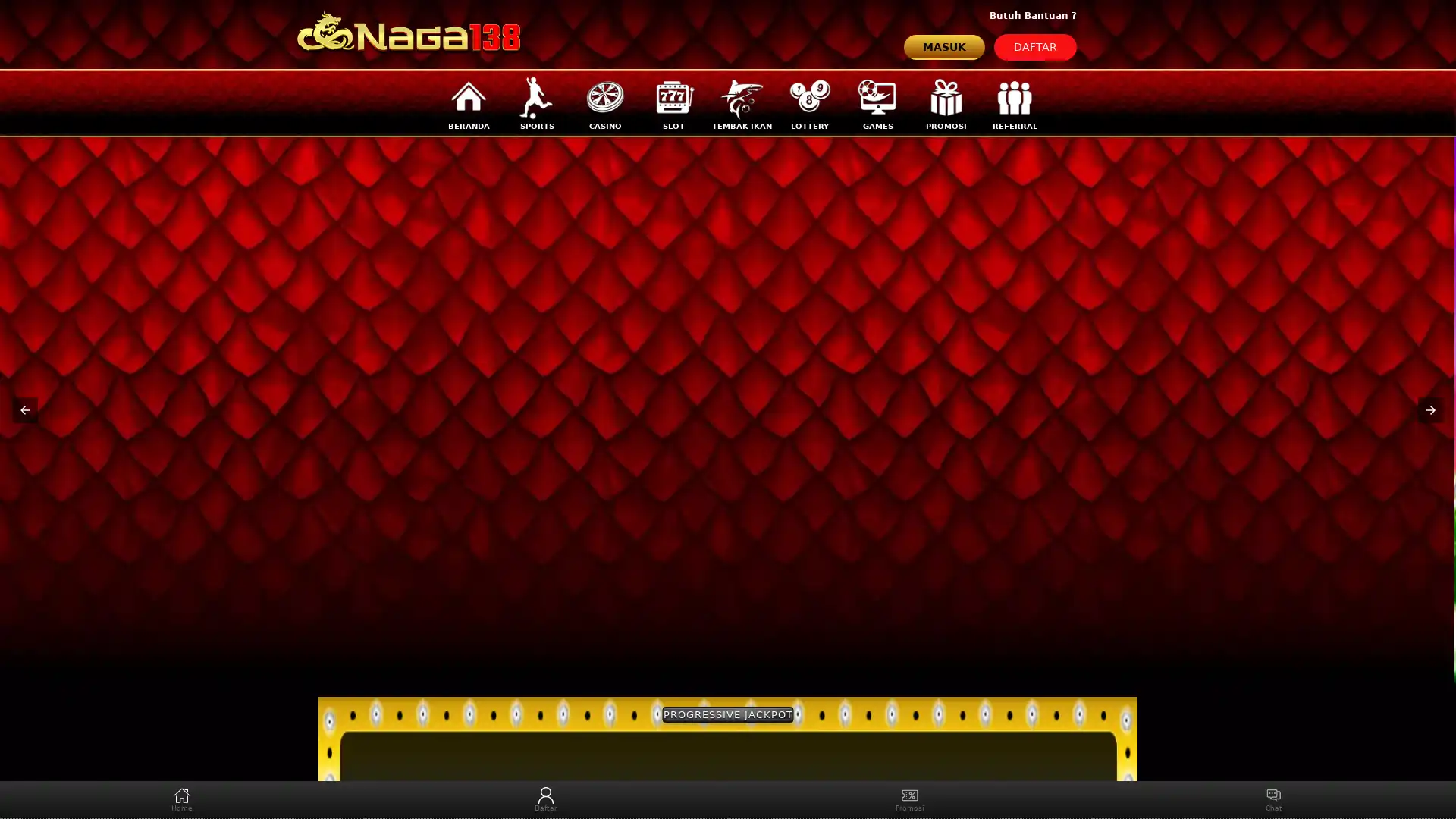  I want to click on Previous item in carousel (2 of 4), so click(25, 409).